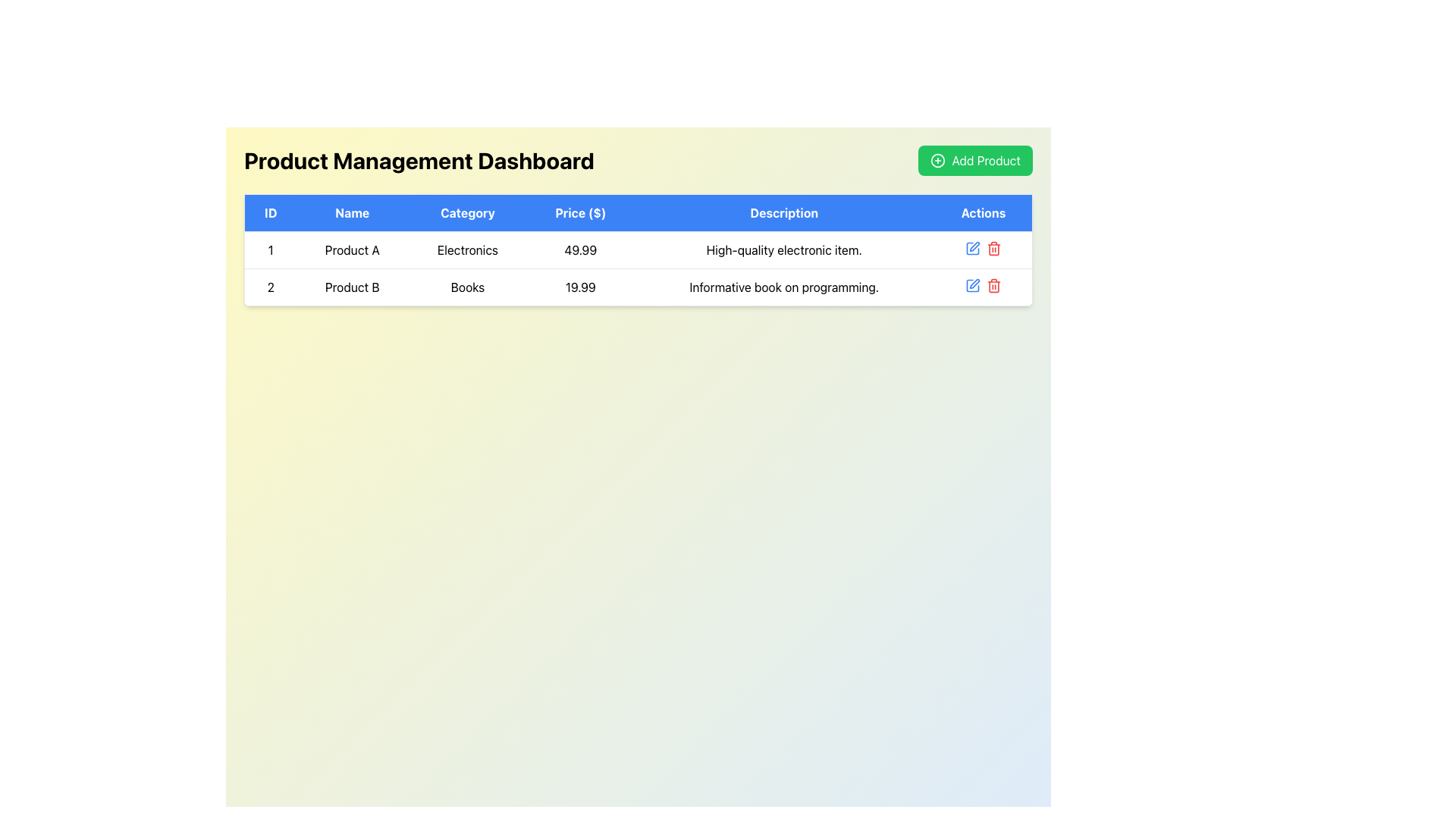  I want to click on the 'Actions' table header cell, which is the last column header in the top row of a product information table, styled with a blue background and white text, so click(984, 213).